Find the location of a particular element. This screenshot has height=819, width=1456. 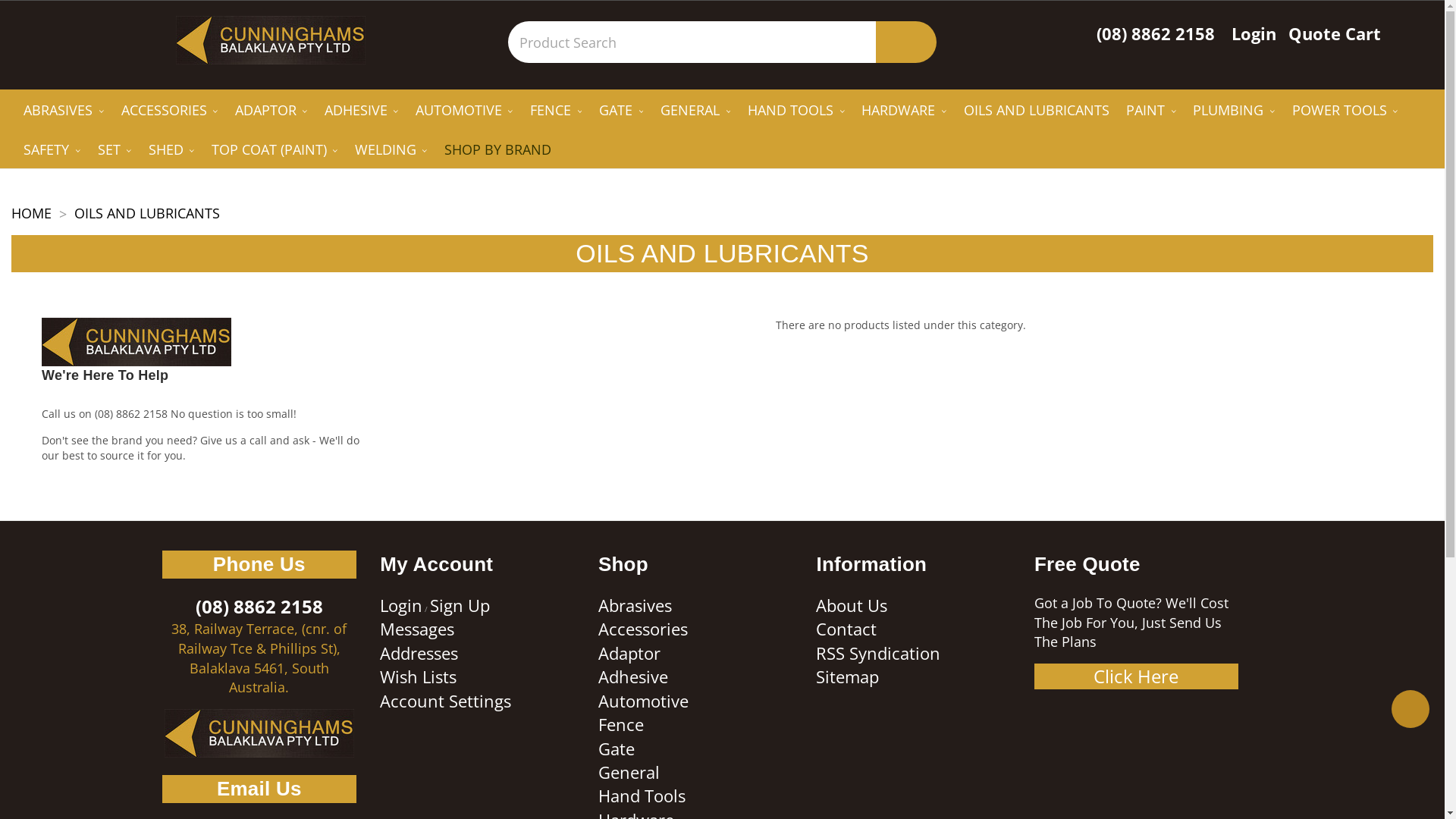

'Click Here' is located at coordinates (1135, 675).